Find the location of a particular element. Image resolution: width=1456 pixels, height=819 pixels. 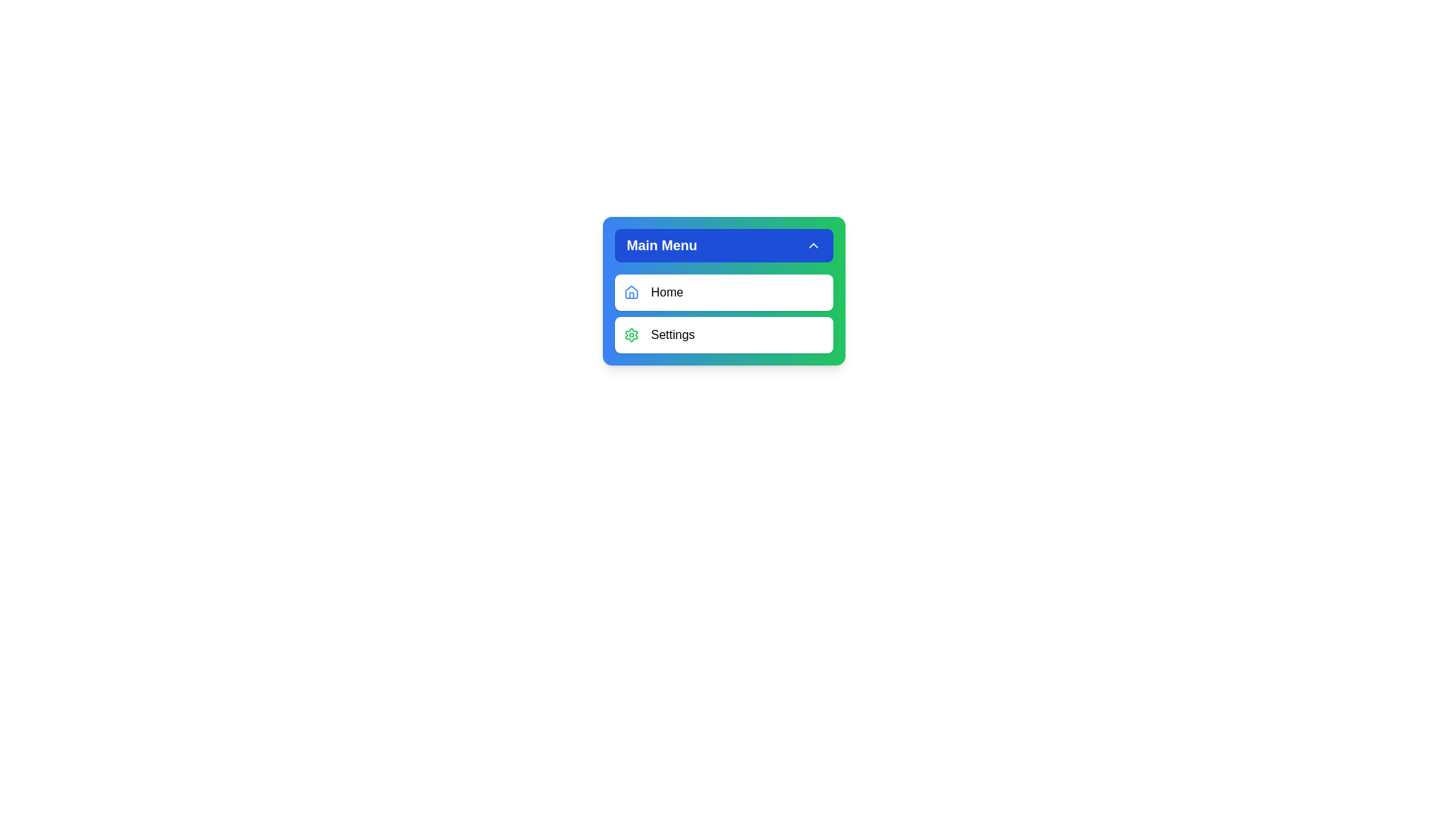

the chevron icon located on the far right side of the 'Main Menu' header is located at coordinates (812, 245).